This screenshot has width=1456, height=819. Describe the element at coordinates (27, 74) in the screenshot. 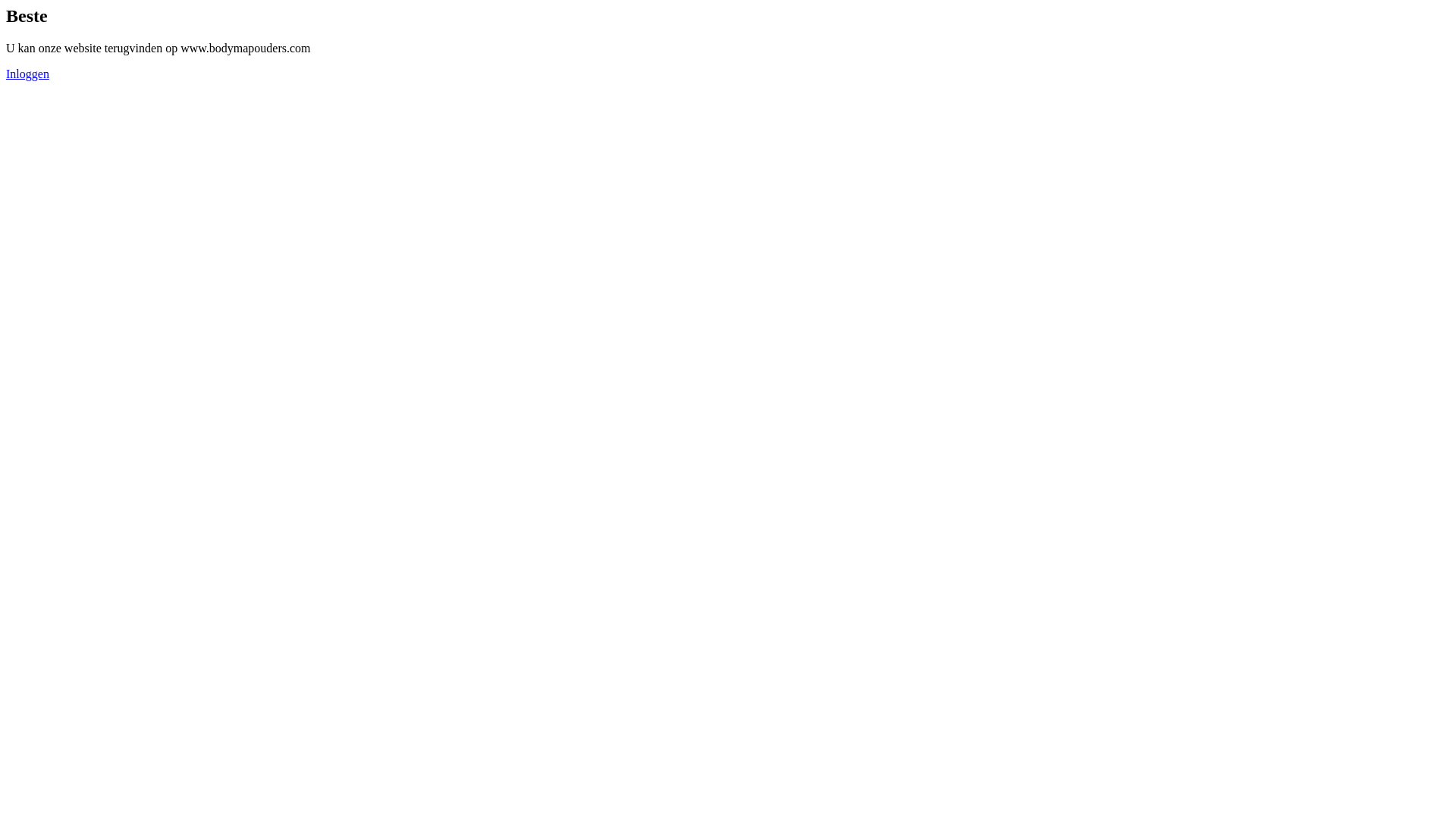

I see `'Inloggen'` at that location.